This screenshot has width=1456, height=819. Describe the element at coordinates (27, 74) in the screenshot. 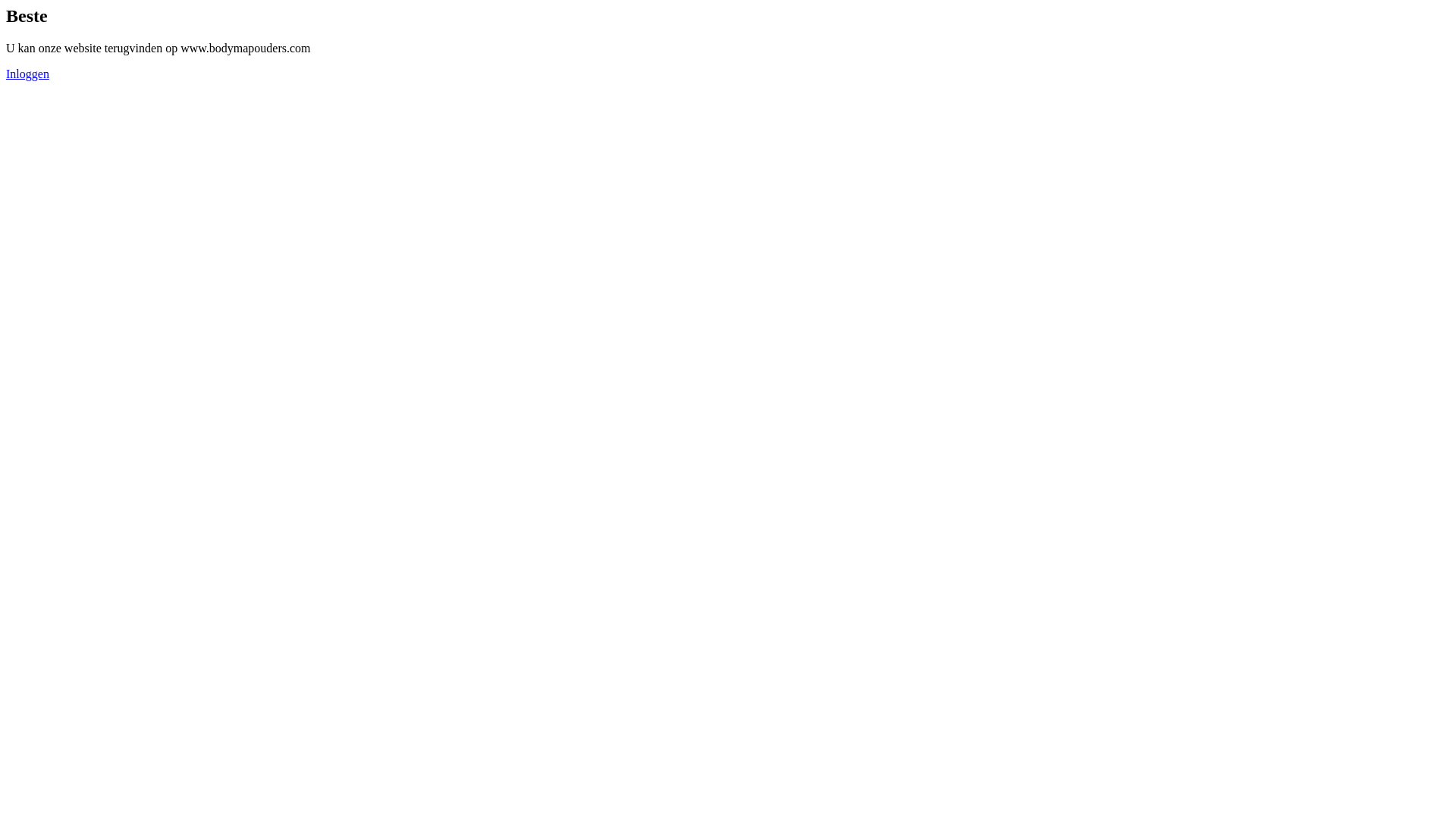

I see `'Inloggen'` at that location.